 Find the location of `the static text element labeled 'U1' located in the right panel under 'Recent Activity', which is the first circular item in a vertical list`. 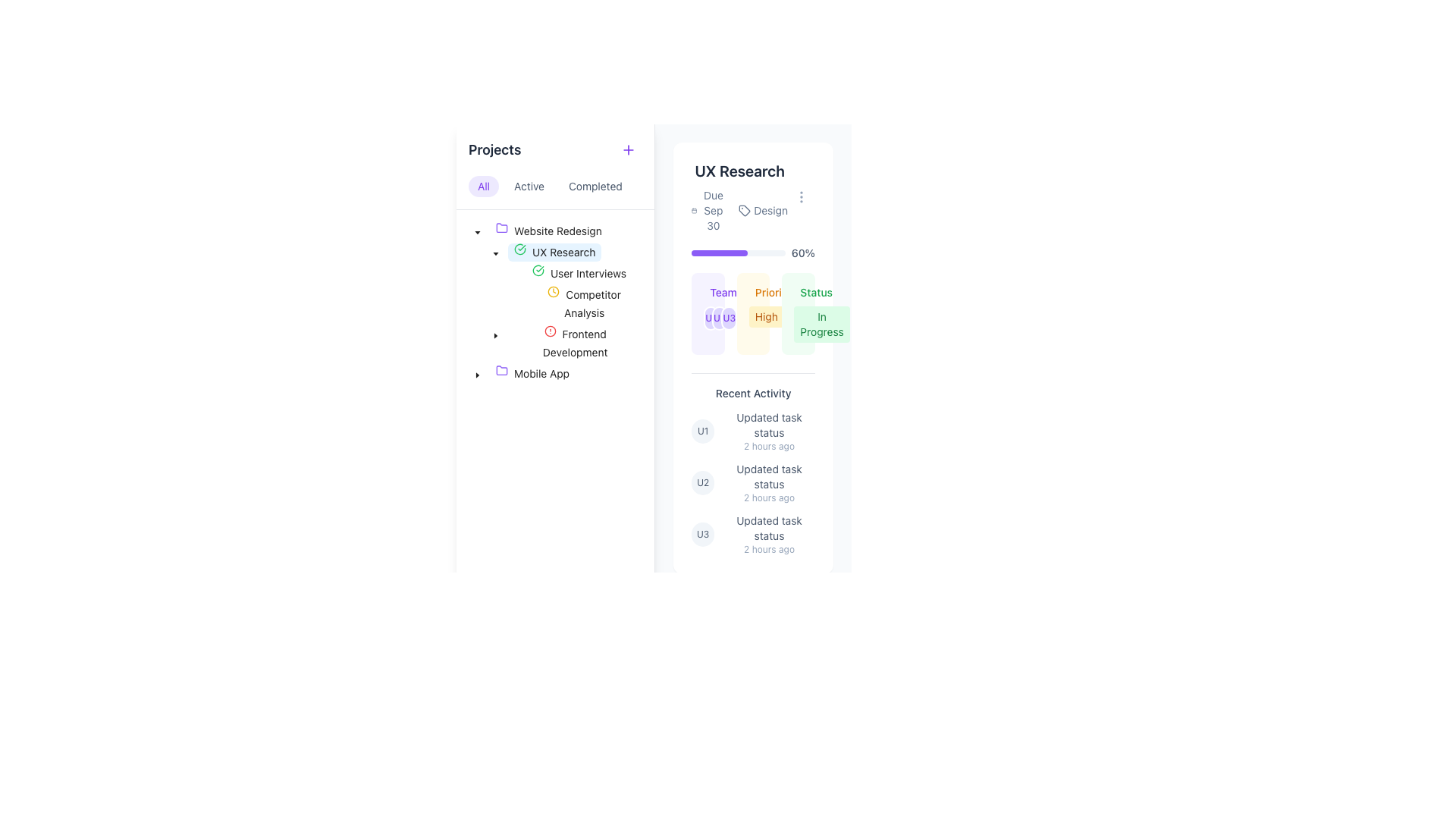

the static text element labeled 'U1' located in the right panel under 'Recent Activity', which is the first circular item in a vertical list is located at coordinates (702, 431).